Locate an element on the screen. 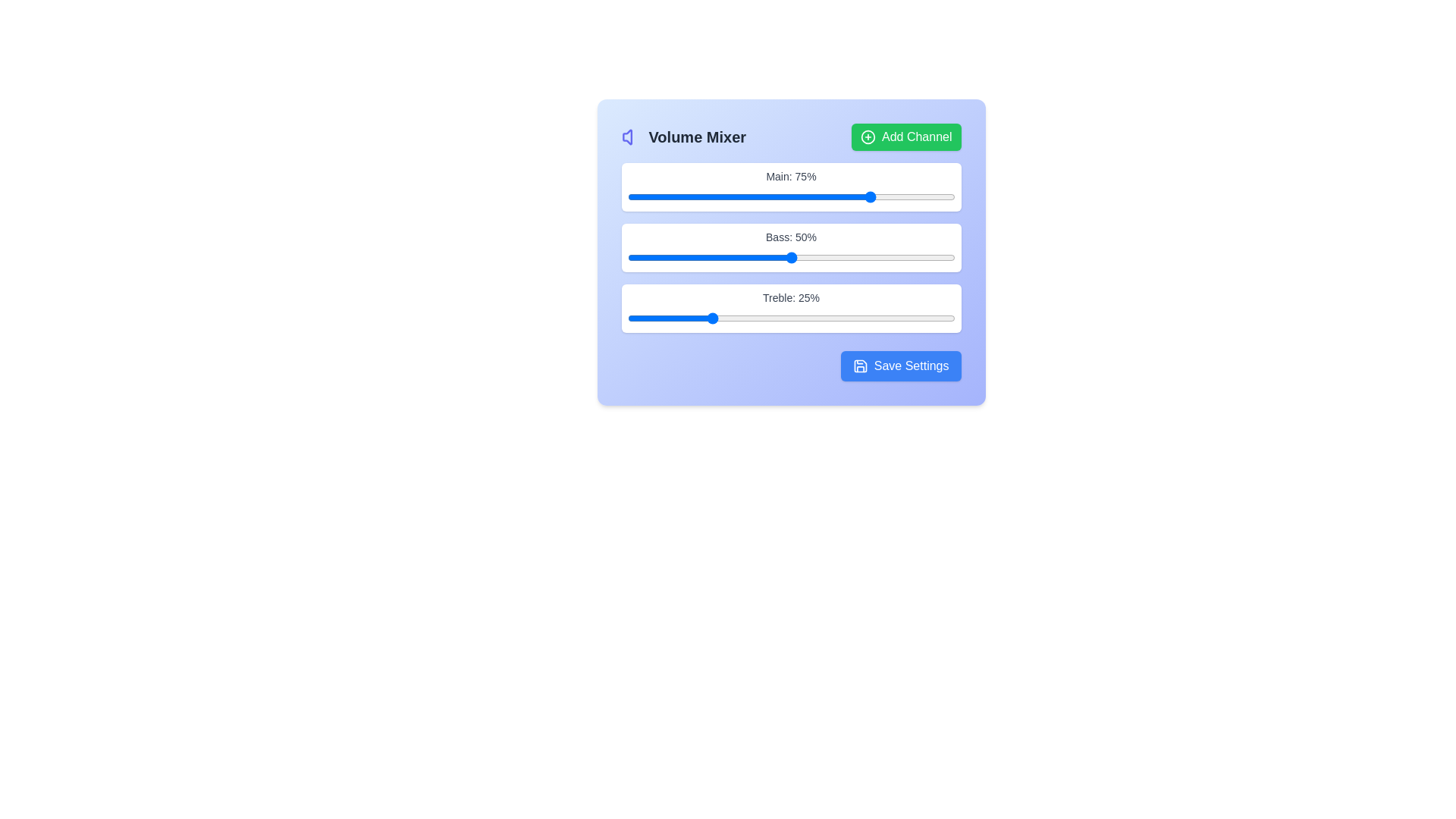 This screenshot has height=819, width=1456. the bass level is located at coordinates (774, 256).